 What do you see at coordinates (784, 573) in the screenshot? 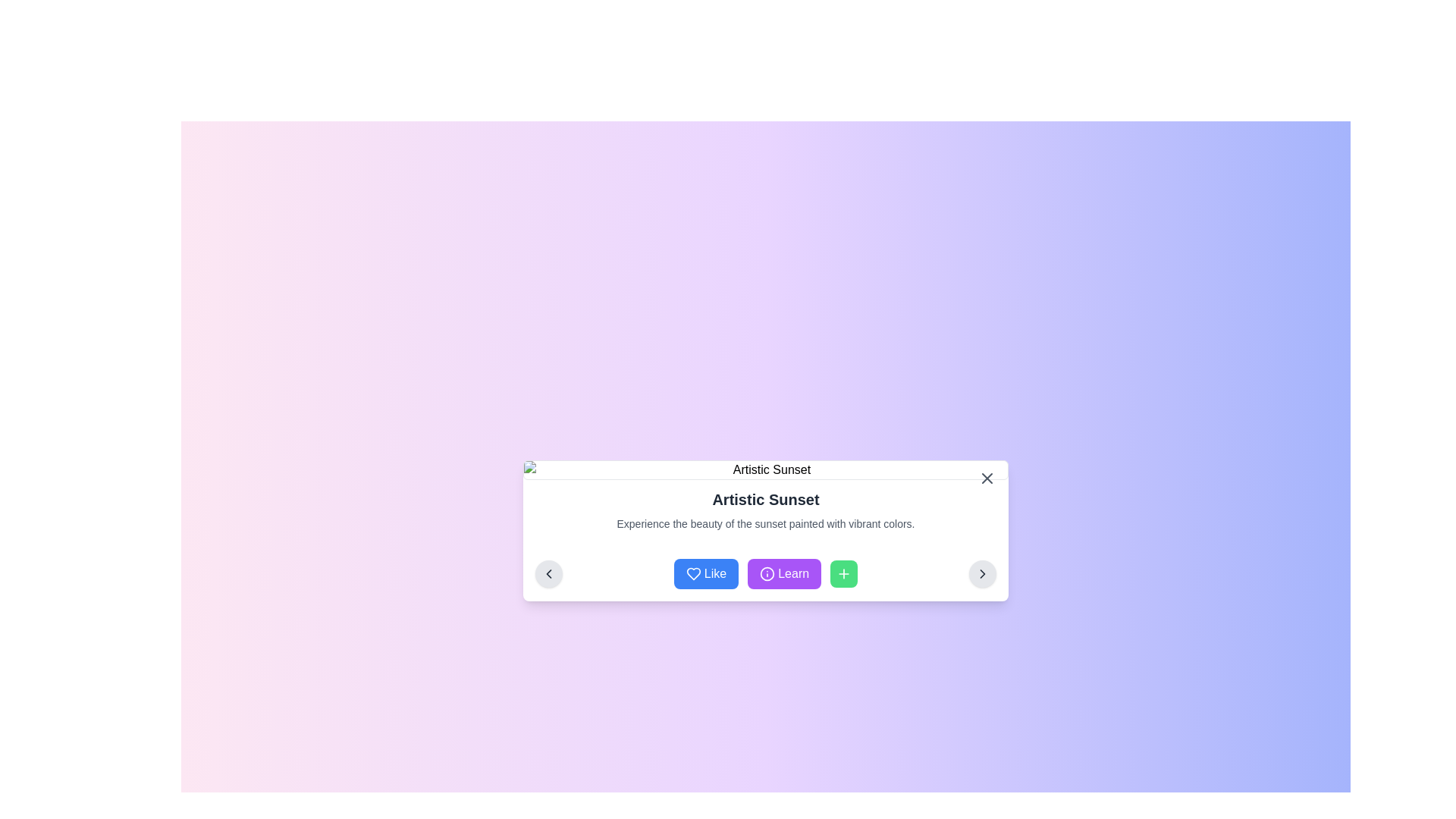
I see `the purple 'Learn' button with white text, which has an information icon to its left, to observe its interactive styling` at bounding box center [784, 573].